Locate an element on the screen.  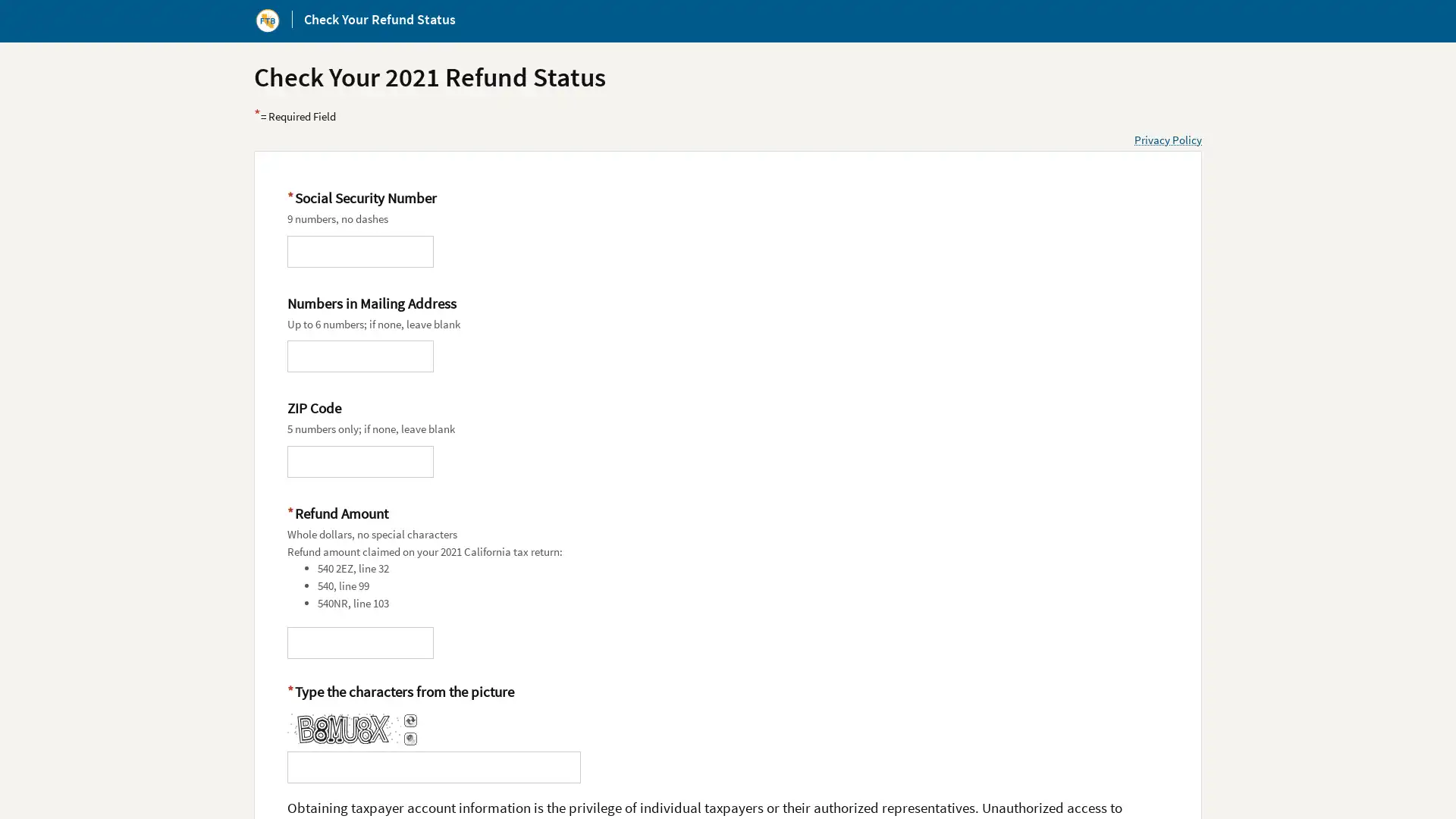
Speak the characters in the picture. is located at coordinates (409, 738).